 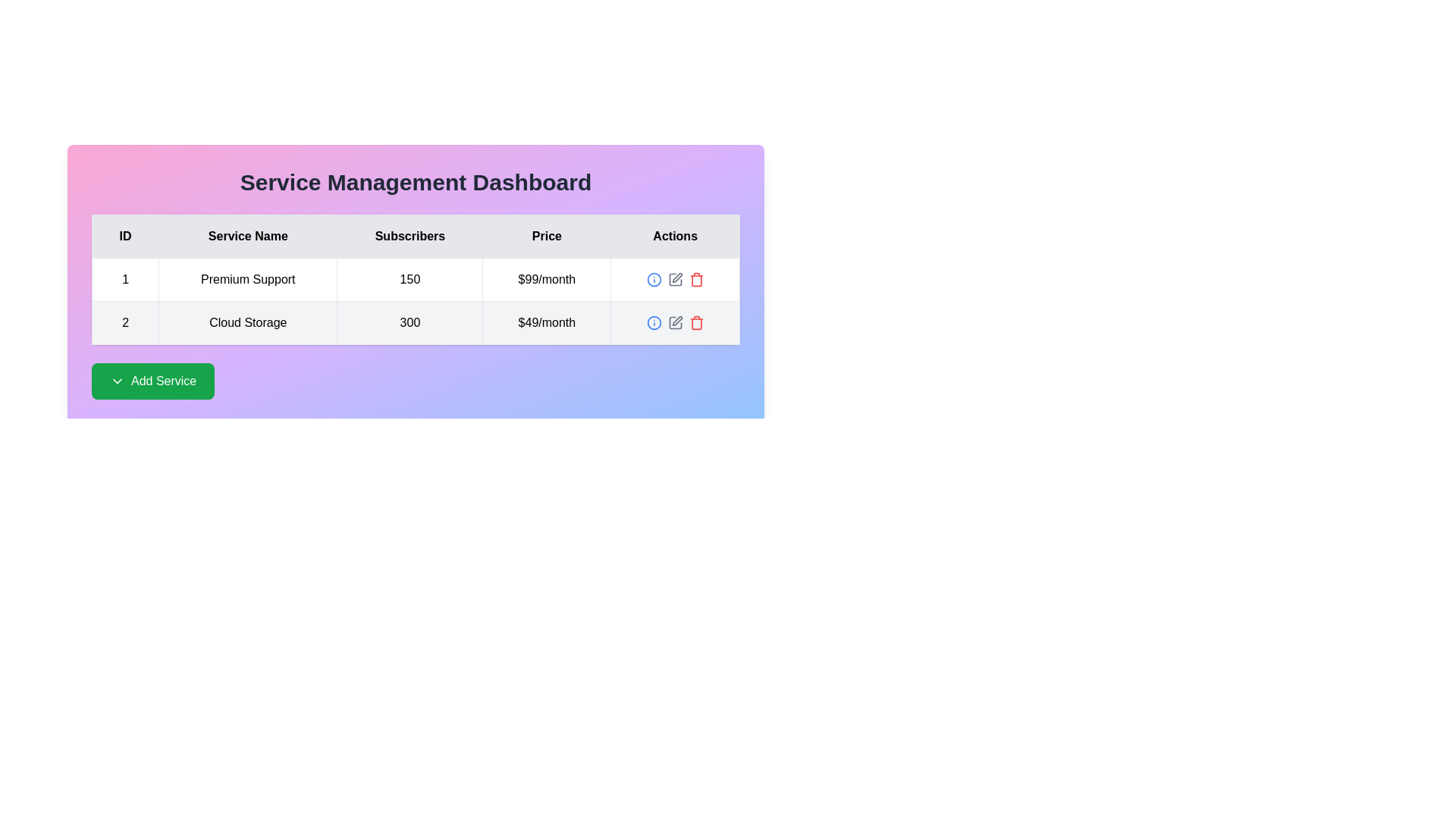 I want to click on the edit action icon located in the second row of the 'Actions' column in the 'Service Management Dashboard' table, so click(x=676, y=278).